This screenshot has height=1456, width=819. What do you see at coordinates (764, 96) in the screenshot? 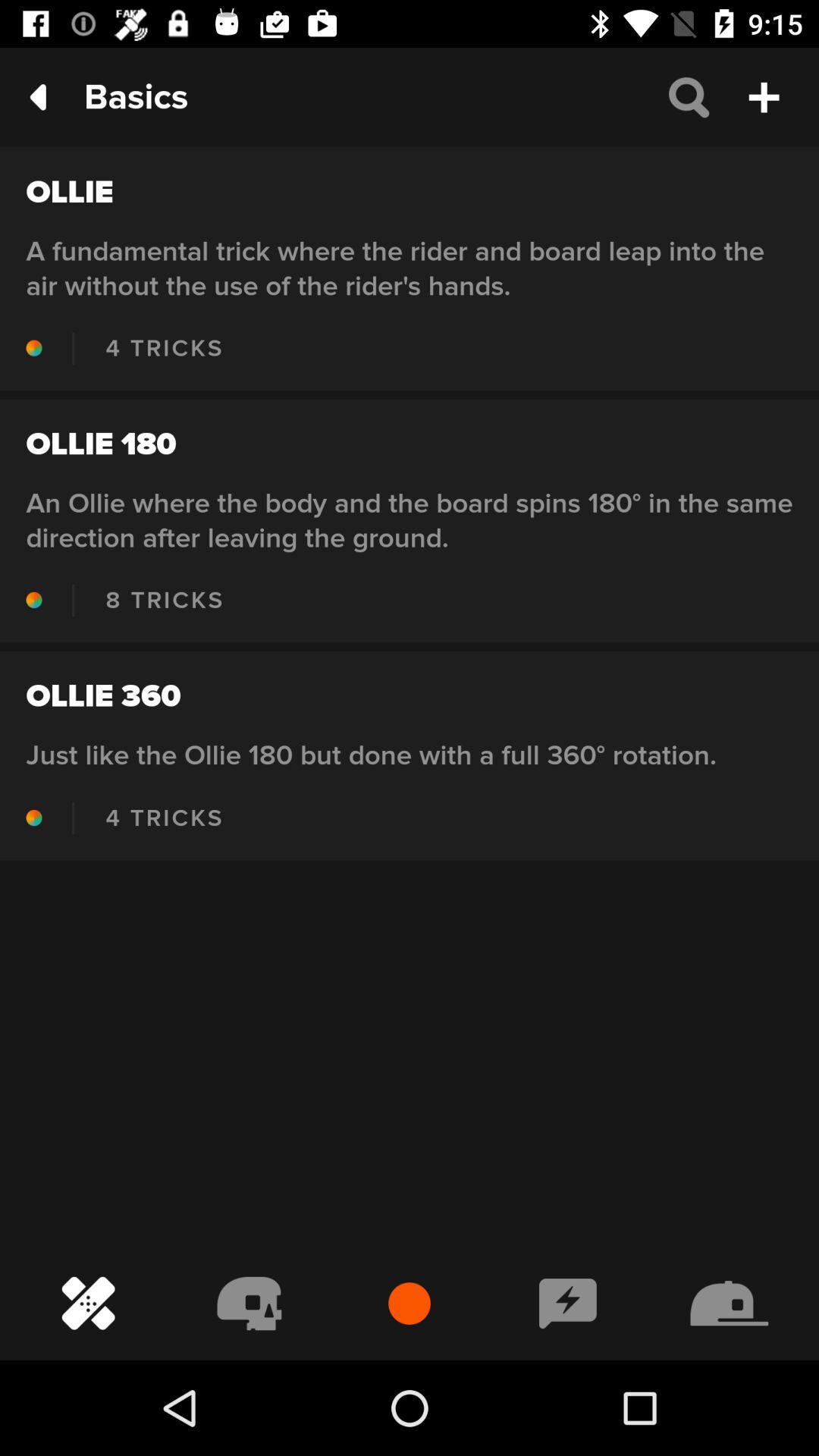
I see `the add icon` at bounding box center [764, 96].